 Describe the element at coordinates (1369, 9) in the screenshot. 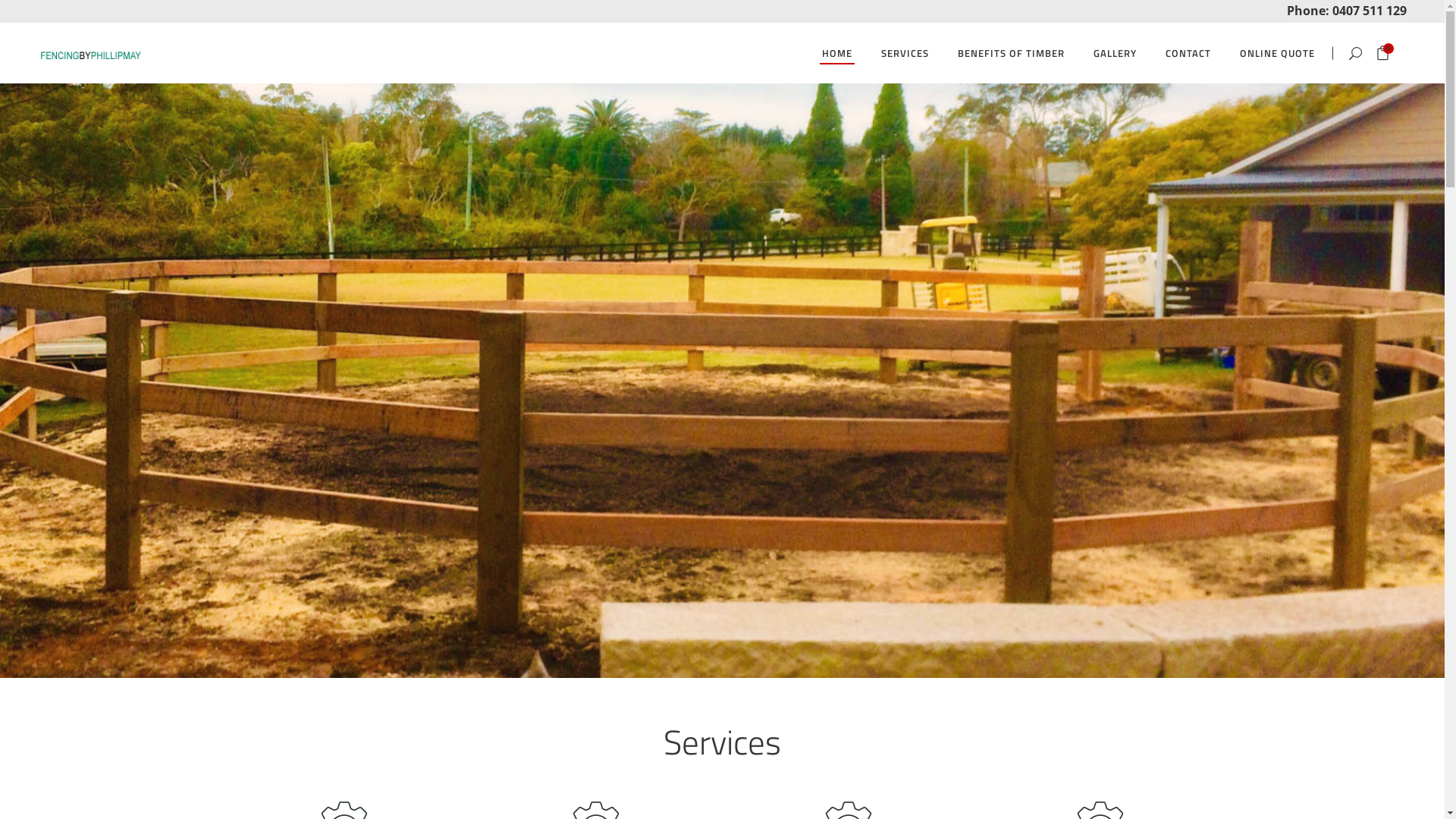

I see `'0407 511 129'` at that location.